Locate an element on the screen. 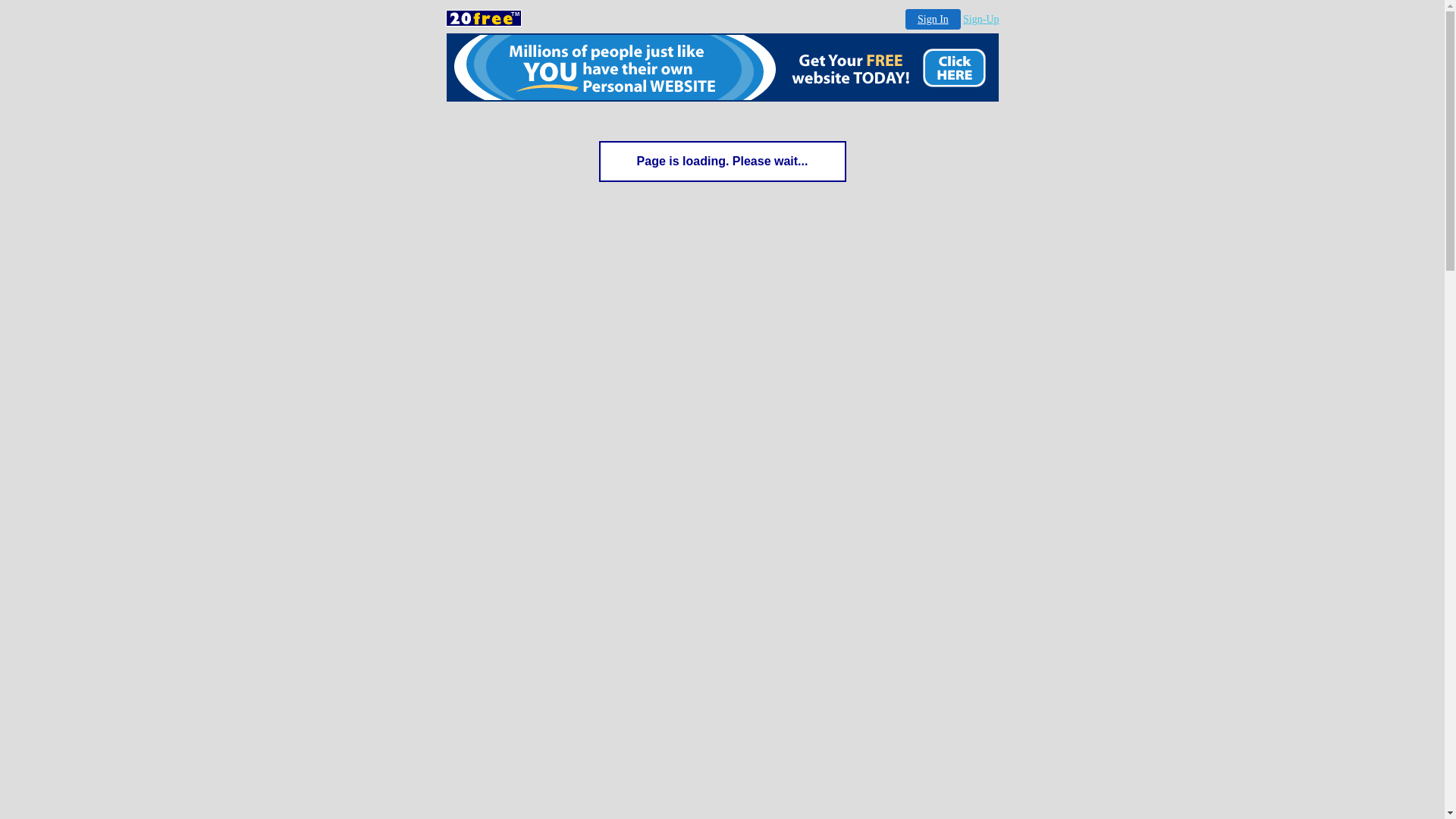  'Sign-Up' is located at coordinates (981, 19).